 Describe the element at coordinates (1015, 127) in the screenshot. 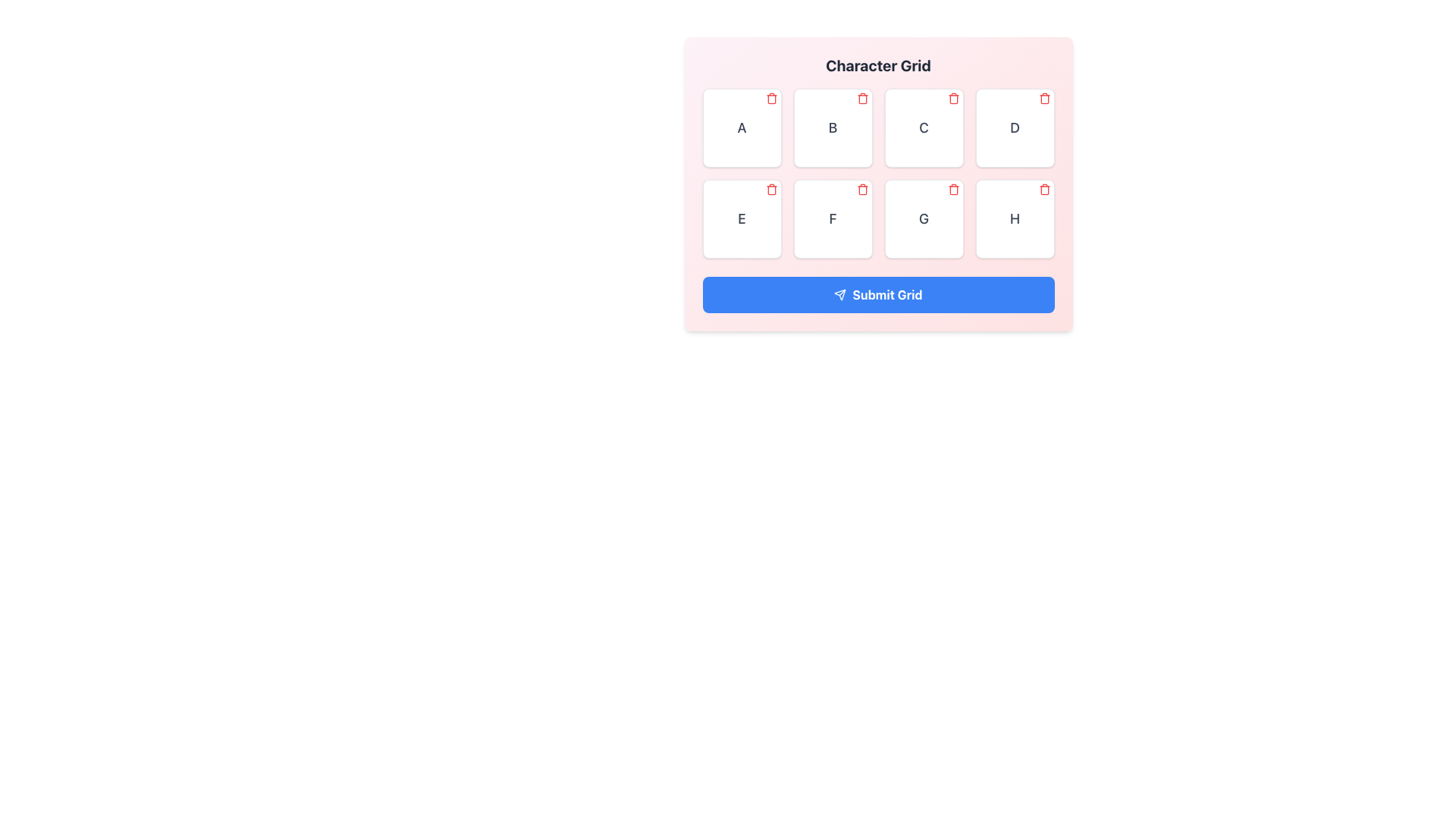

I see `the button labeled 'D' located in the first row of the grid layout` at that location.